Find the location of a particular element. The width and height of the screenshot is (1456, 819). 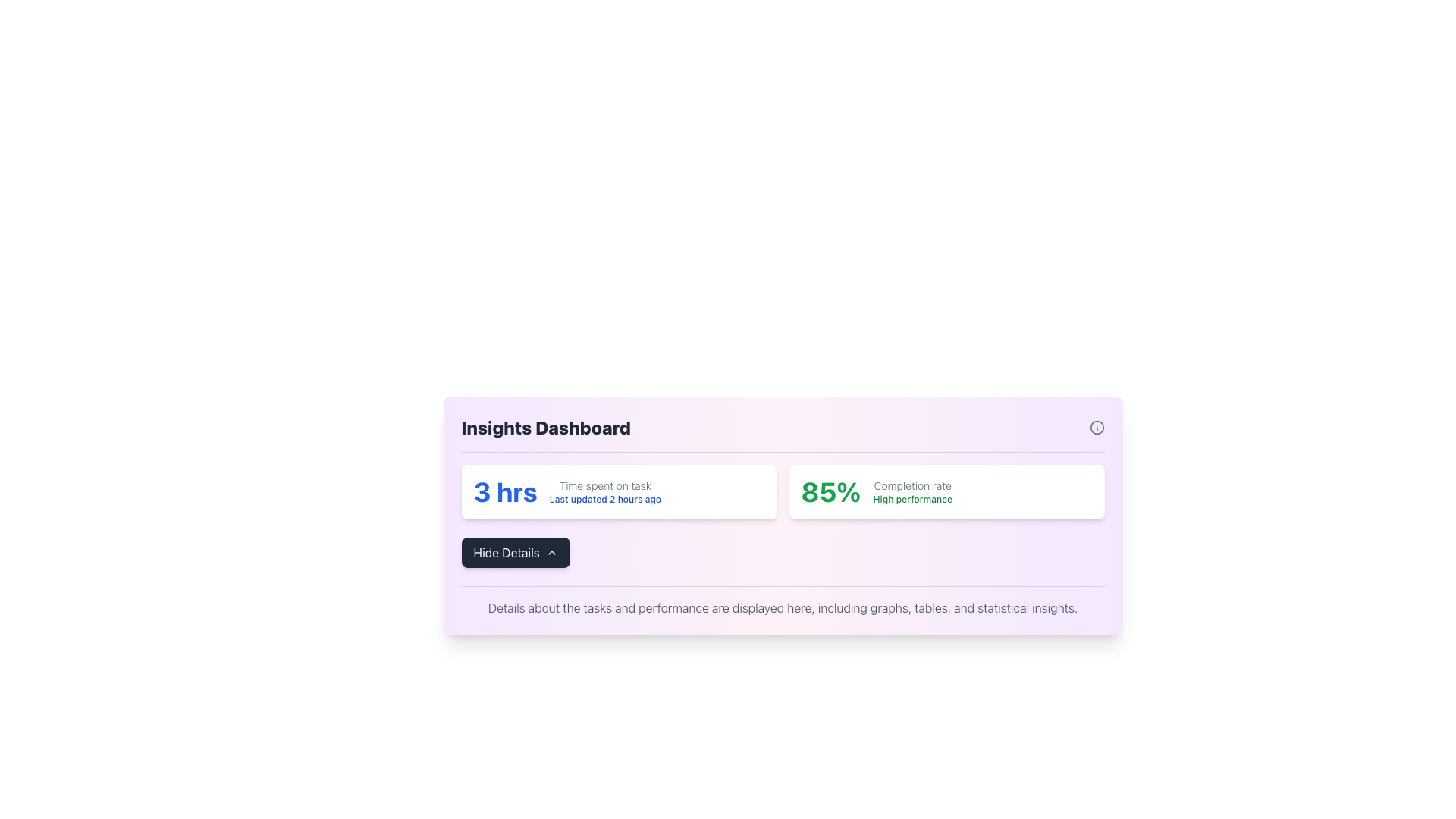

the card component that displays '3 hrs' in large blue text, located on the left side of the grid of two cards in the middle of the dashboard is located at coordinates (619, 491).